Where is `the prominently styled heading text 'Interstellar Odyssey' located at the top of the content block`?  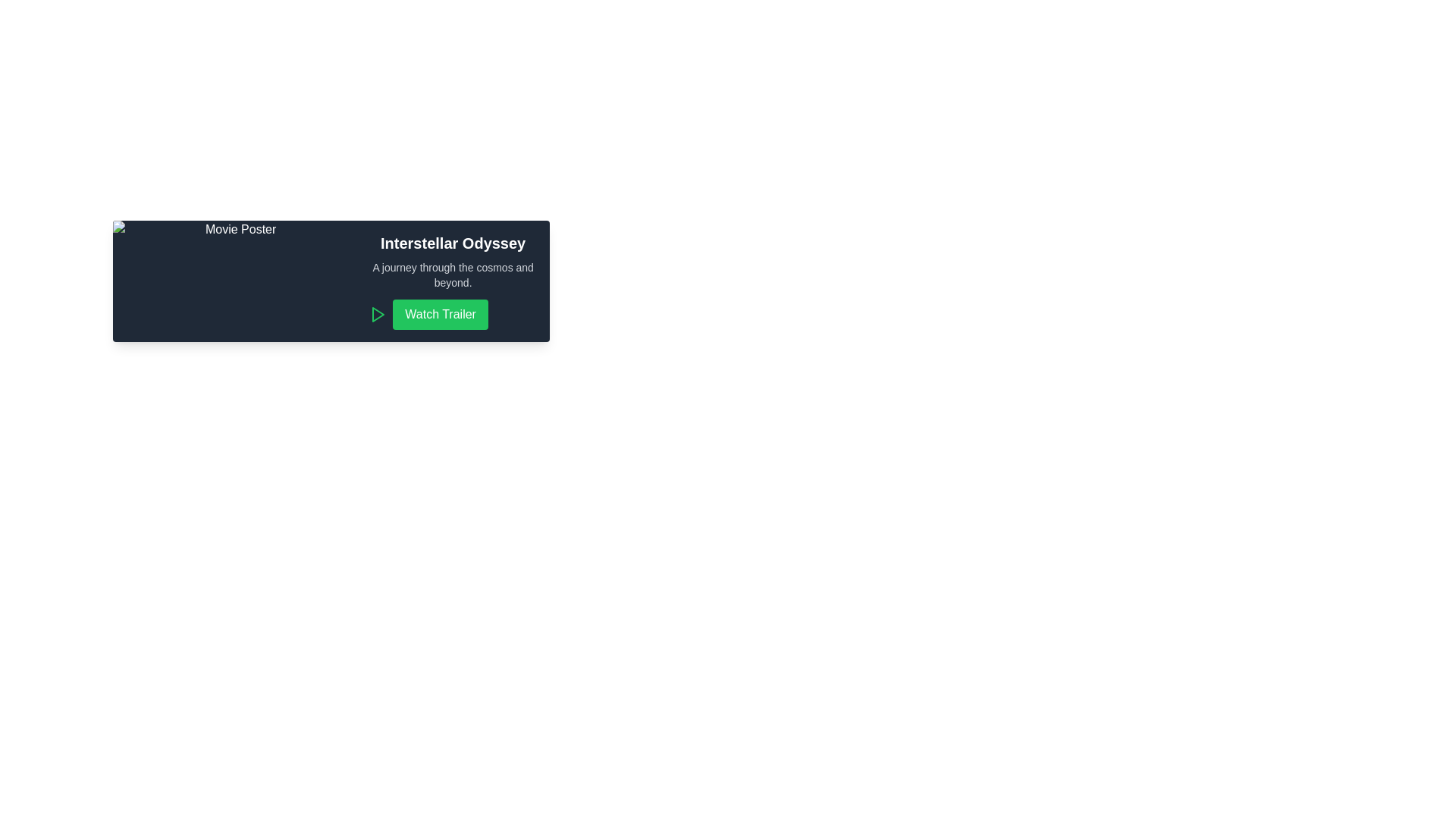 the prominently styled heading text 'Interstellar Odyssey' located at the top of the content block is located at coordinates (452, 242).